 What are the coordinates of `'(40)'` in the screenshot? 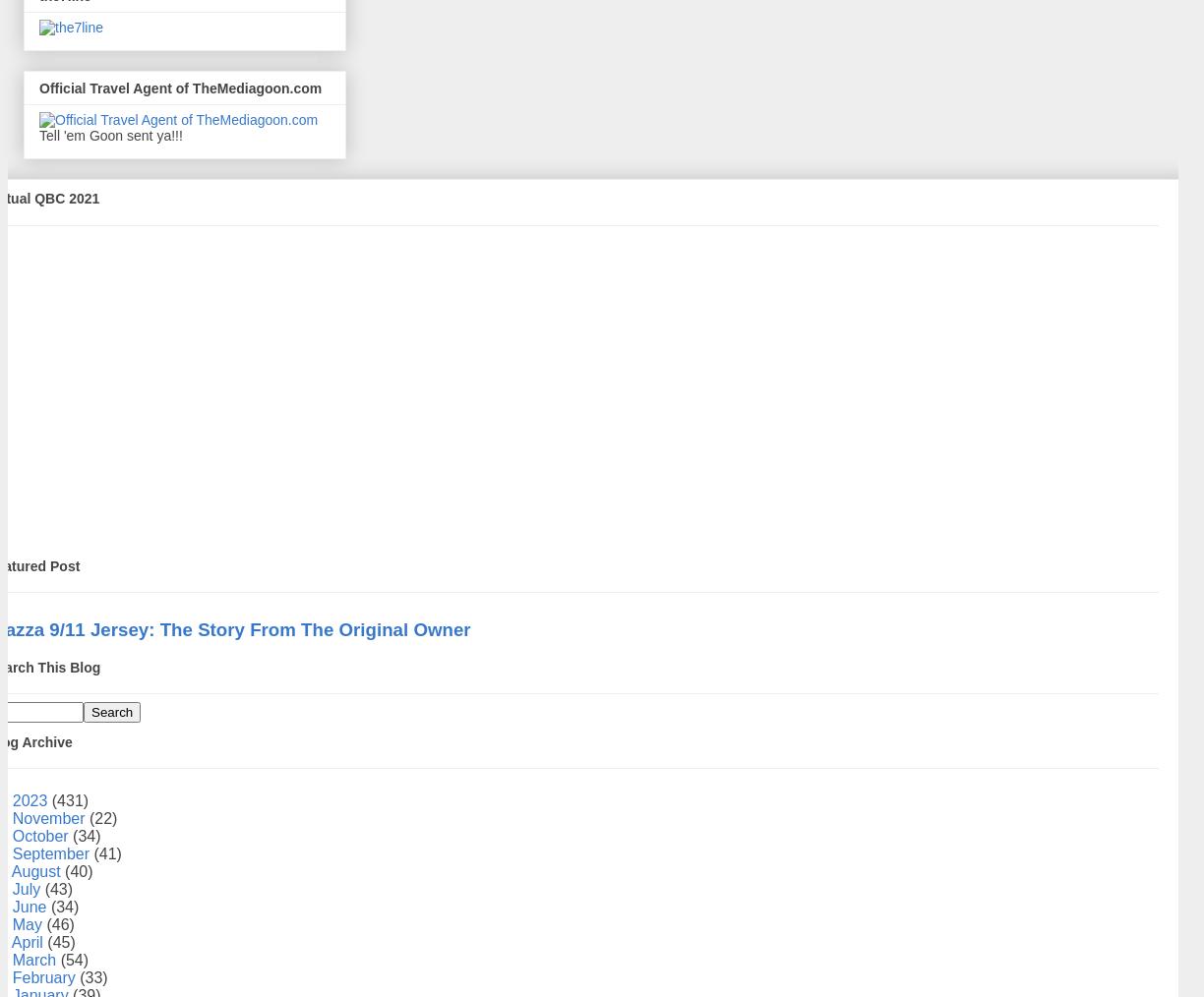 It's located at (64, 869).